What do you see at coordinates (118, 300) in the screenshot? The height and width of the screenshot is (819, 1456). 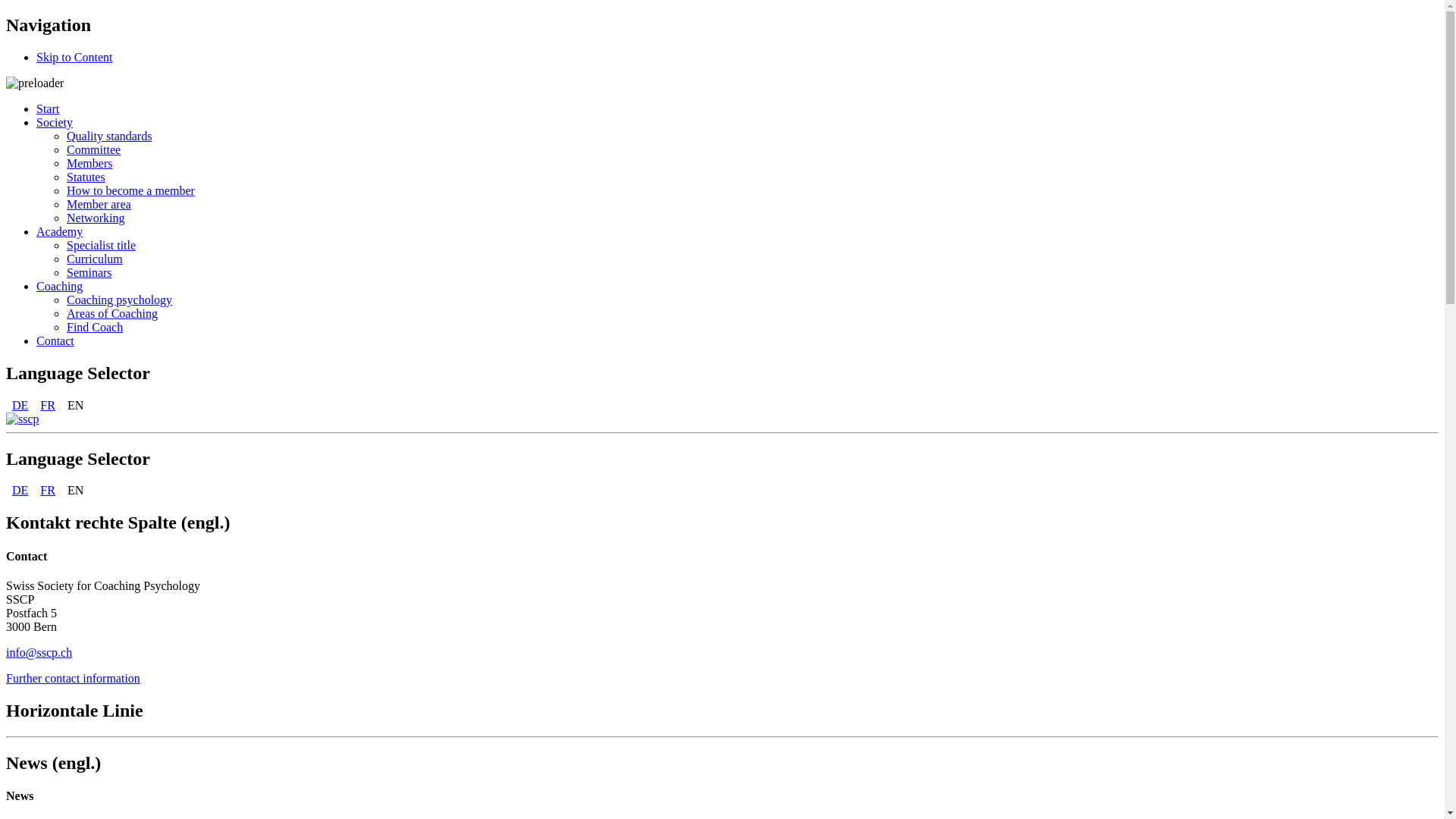 I see `'Coaching psychology'` at bounding box center [118, 300].